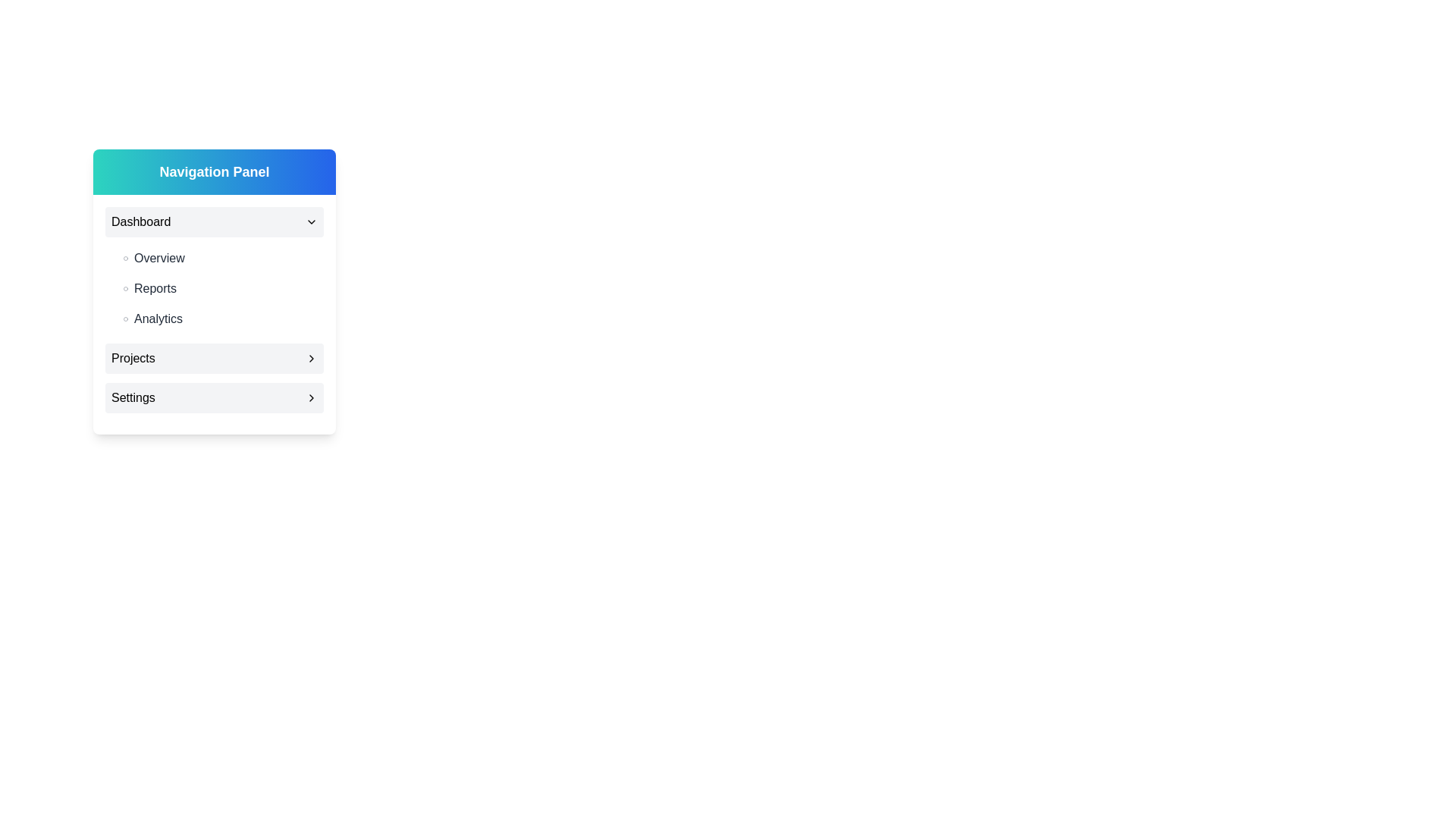  Describe the element at coordinates (311, 222) in the screenshot. I see `the Dropdown toggle icon, a down-arrow SVG vector graphic located in the 'Dashboard' section of the navigation panel` at that location.